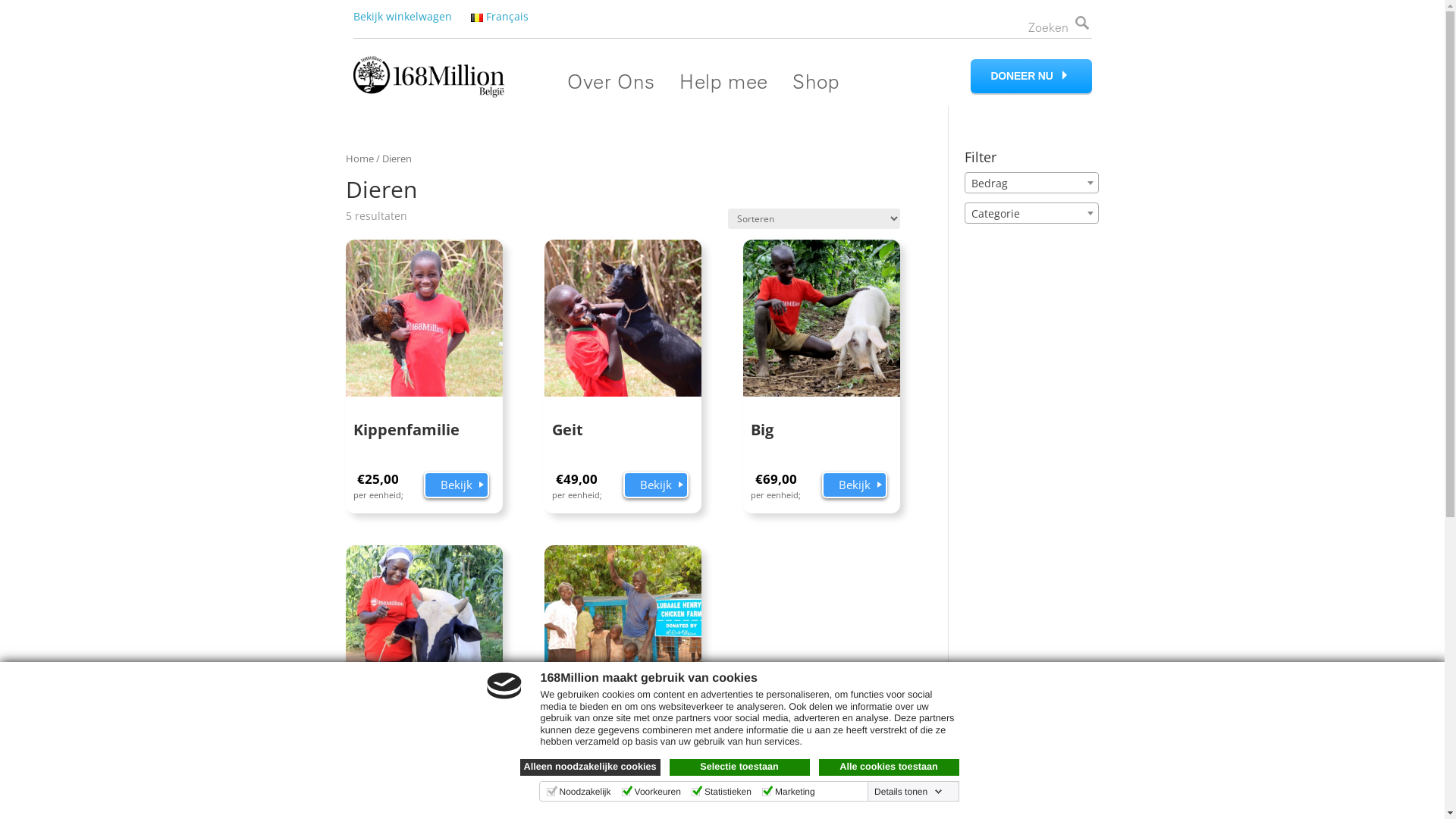 This screenshot has width=1456, height=819. Describe the element at coordinates (544, 348) in the screenshot. I see `'Geit'` at that location.